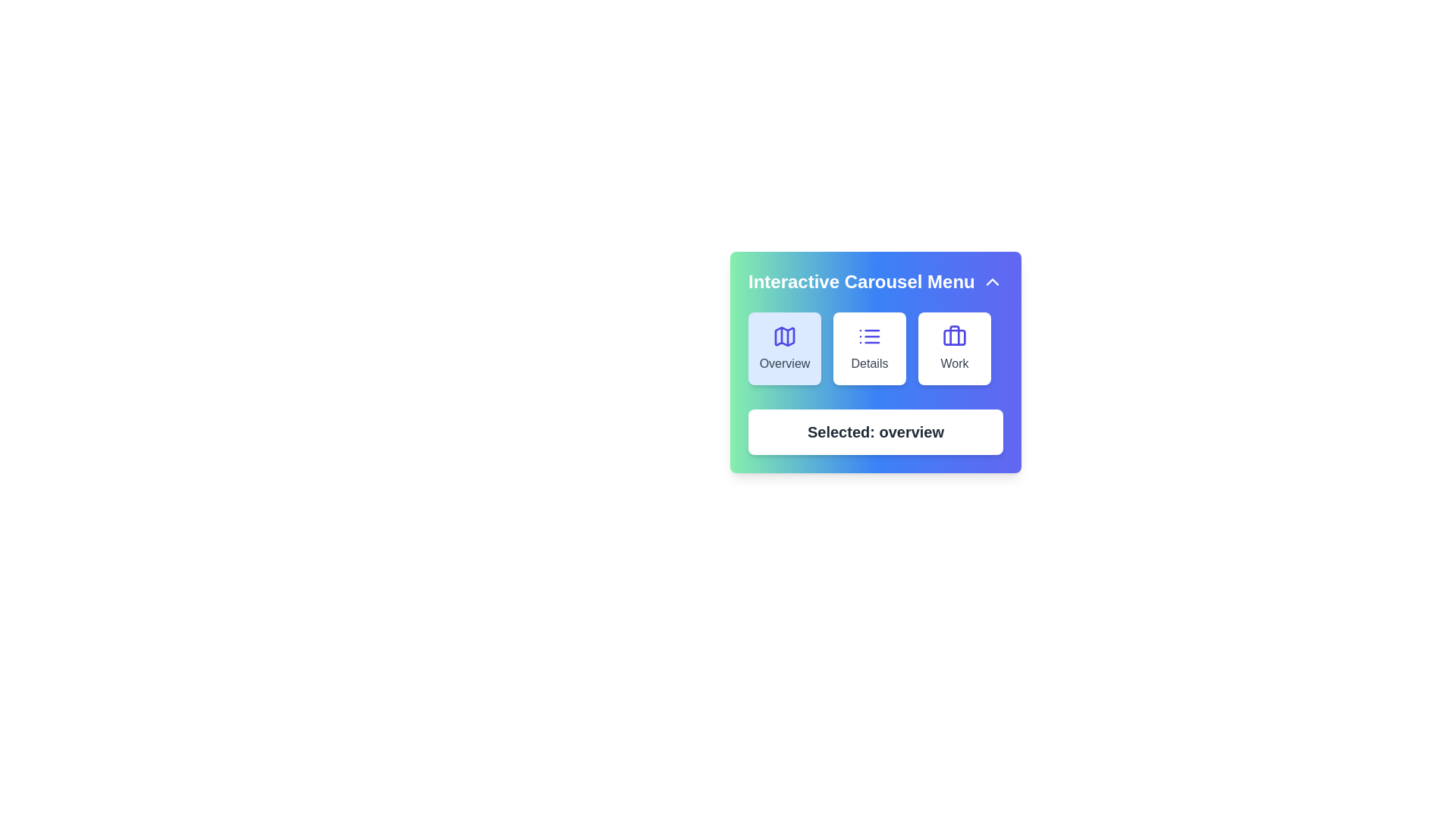 Image resolution: width=1456 pixels, height=819 pixels. What do you see at coordinates (953, 348) in the screenshot?
I see `the menu item Work to reveal its hover effect` at bounding box center [953, 348].